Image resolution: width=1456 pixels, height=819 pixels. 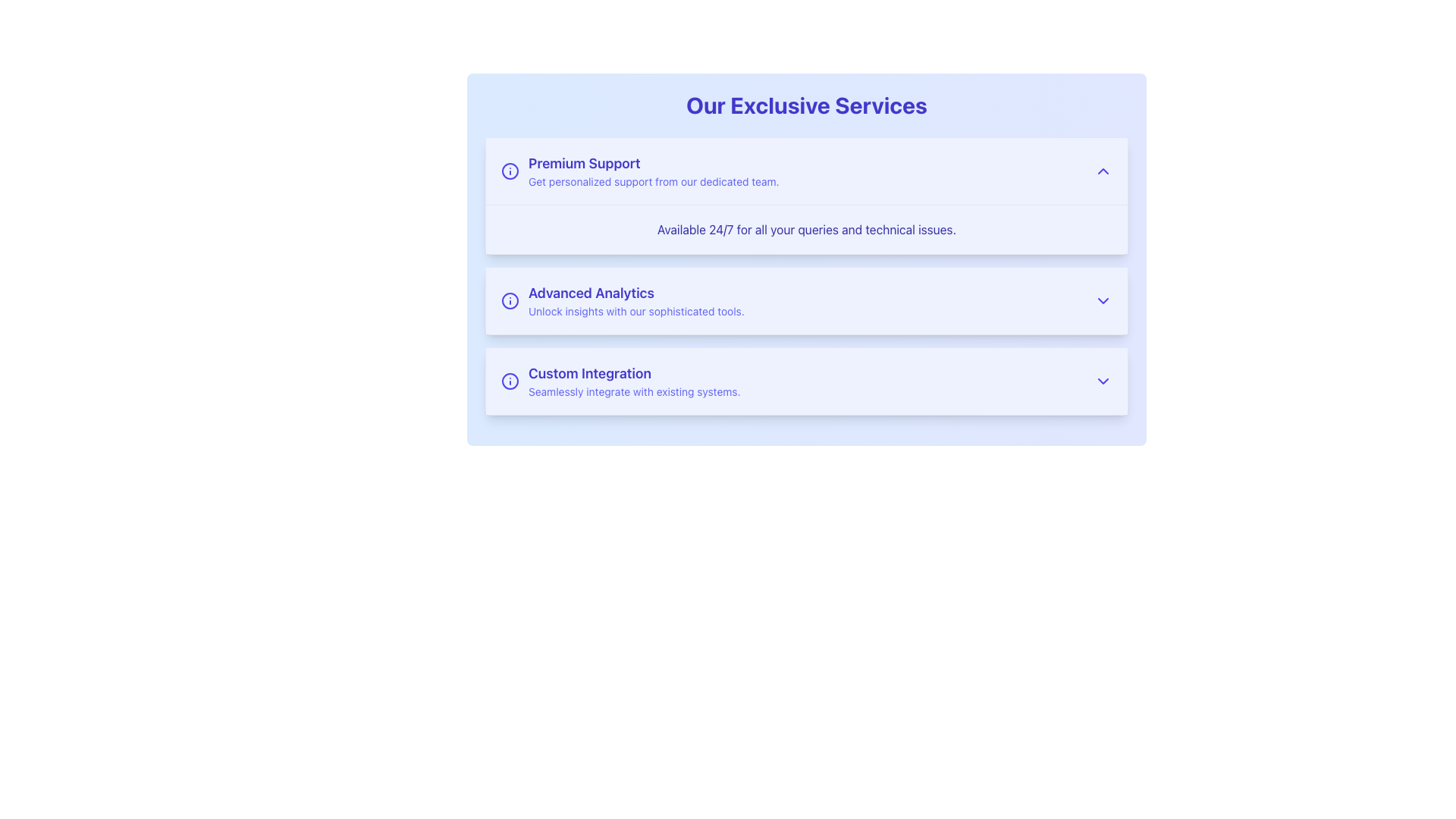 I want to click on the bold, indigo-colored text label stating 'Custom Integration' located within the third box under 'Our Exclusive Services', so click(x=634, y=374).